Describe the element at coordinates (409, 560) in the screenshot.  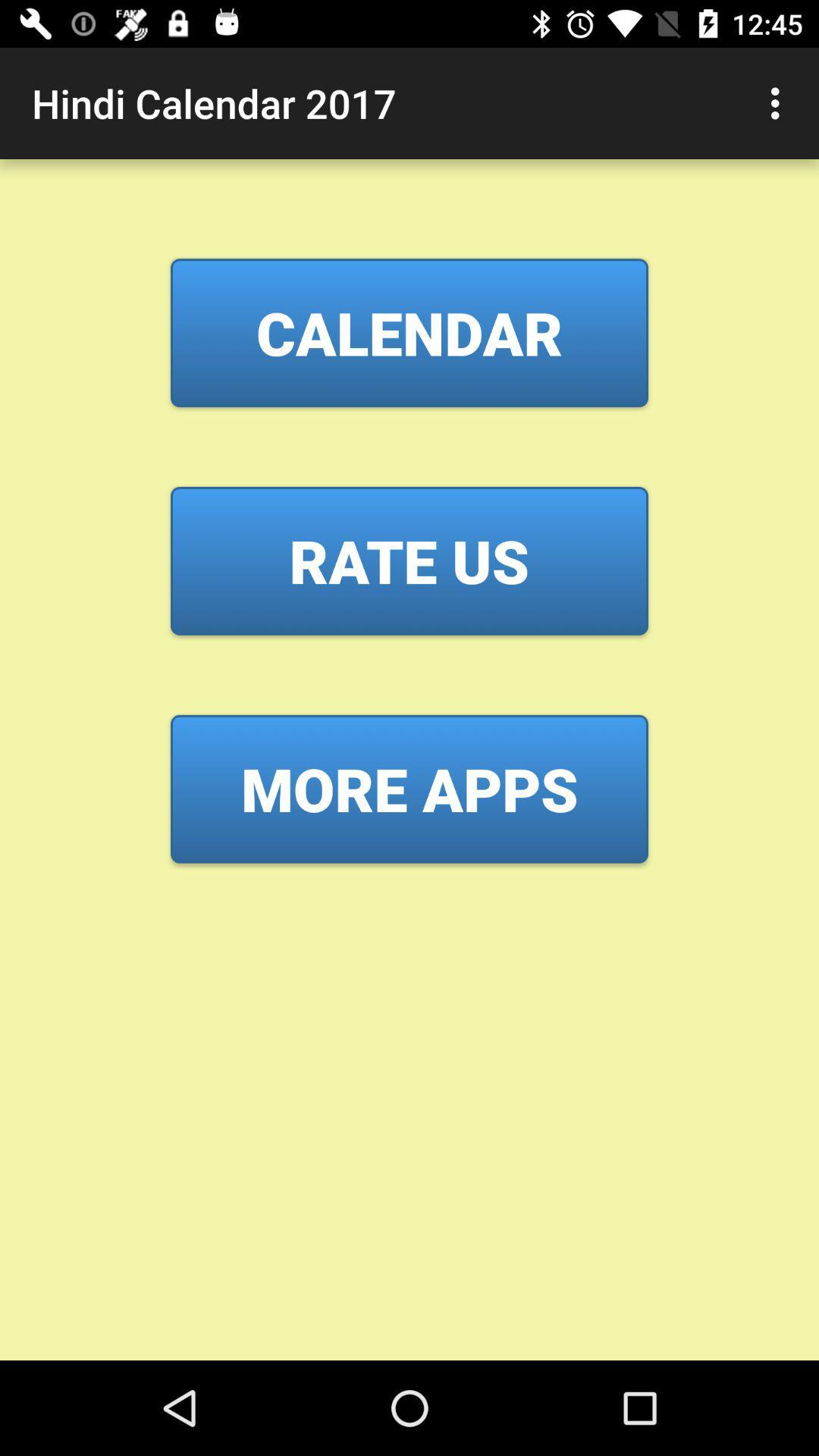
I see `the item below calendar item` at that location.